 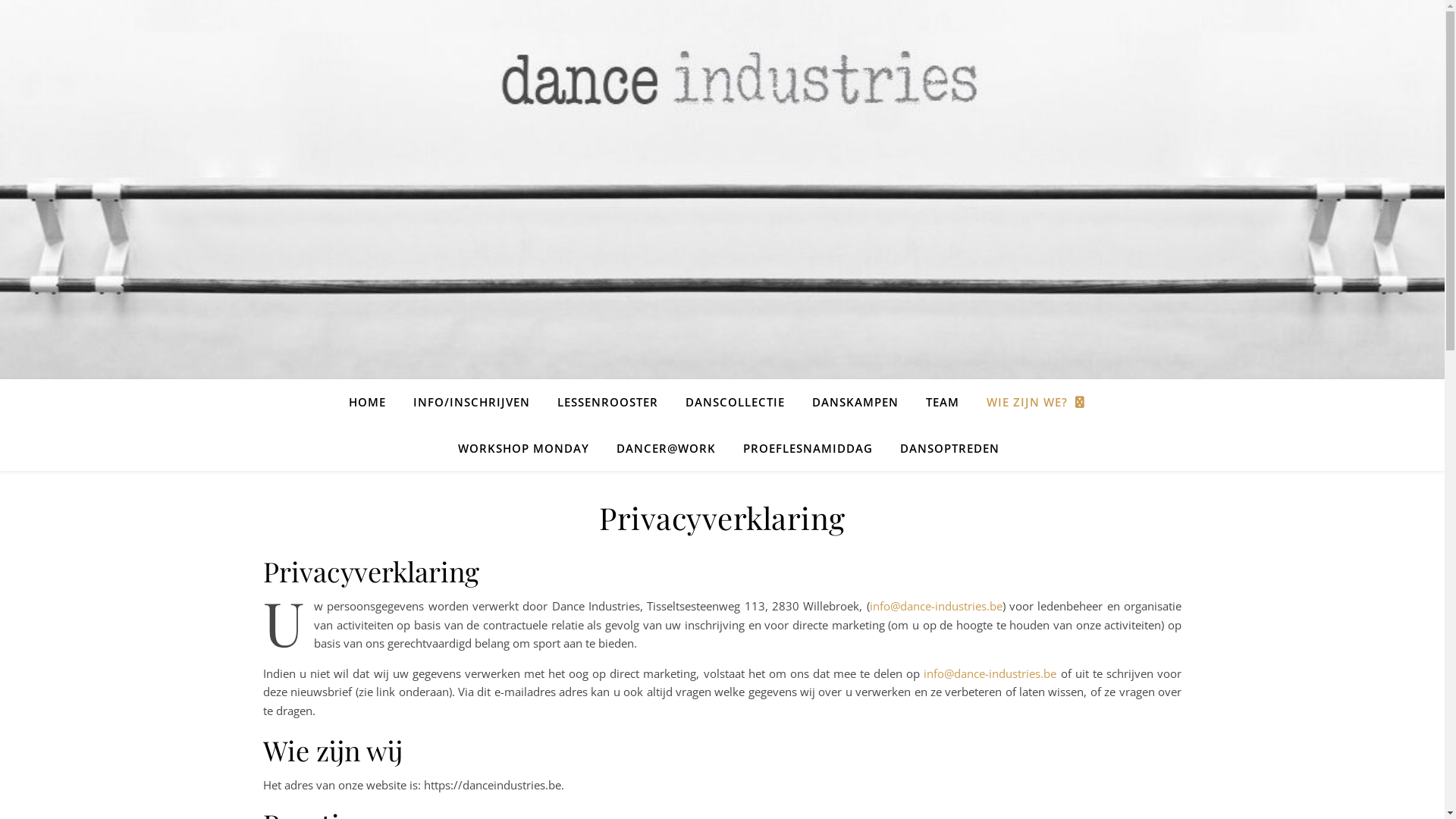 What do you see at coordinates (735, 400) in the screenshot?
I see `'DANSCOLLECTIE'` at bounding box center [735, 400].